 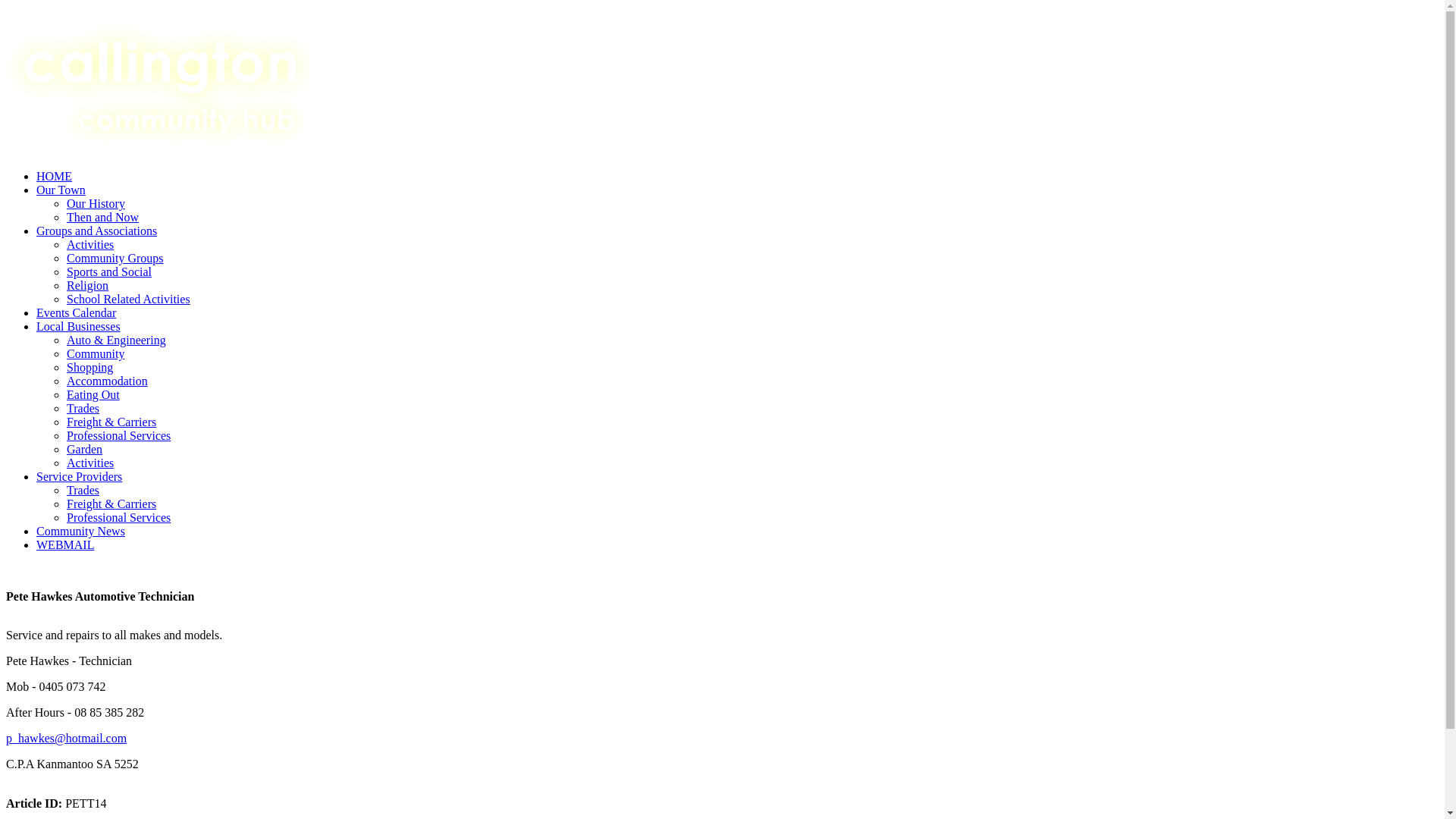 What do you see at coordinates (721, 616) in the screenshot?
I see `'Pete Hawkes Automotive Technician'` at bounding box center [721, 616].